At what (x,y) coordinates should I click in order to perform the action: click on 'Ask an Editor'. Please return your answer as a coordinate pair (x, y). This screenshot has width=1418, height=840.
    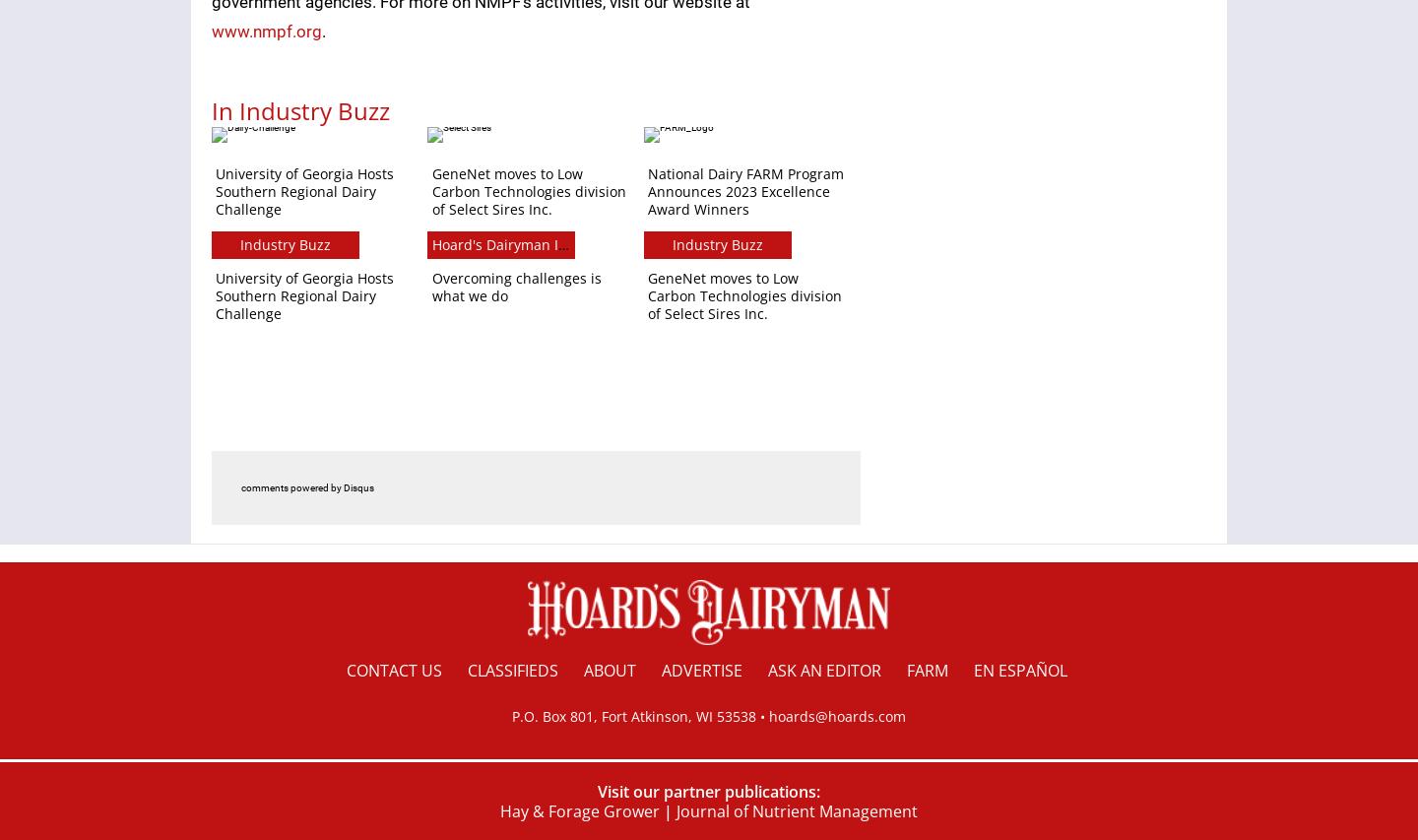
    Looking at the image, I should click on (824, 670).